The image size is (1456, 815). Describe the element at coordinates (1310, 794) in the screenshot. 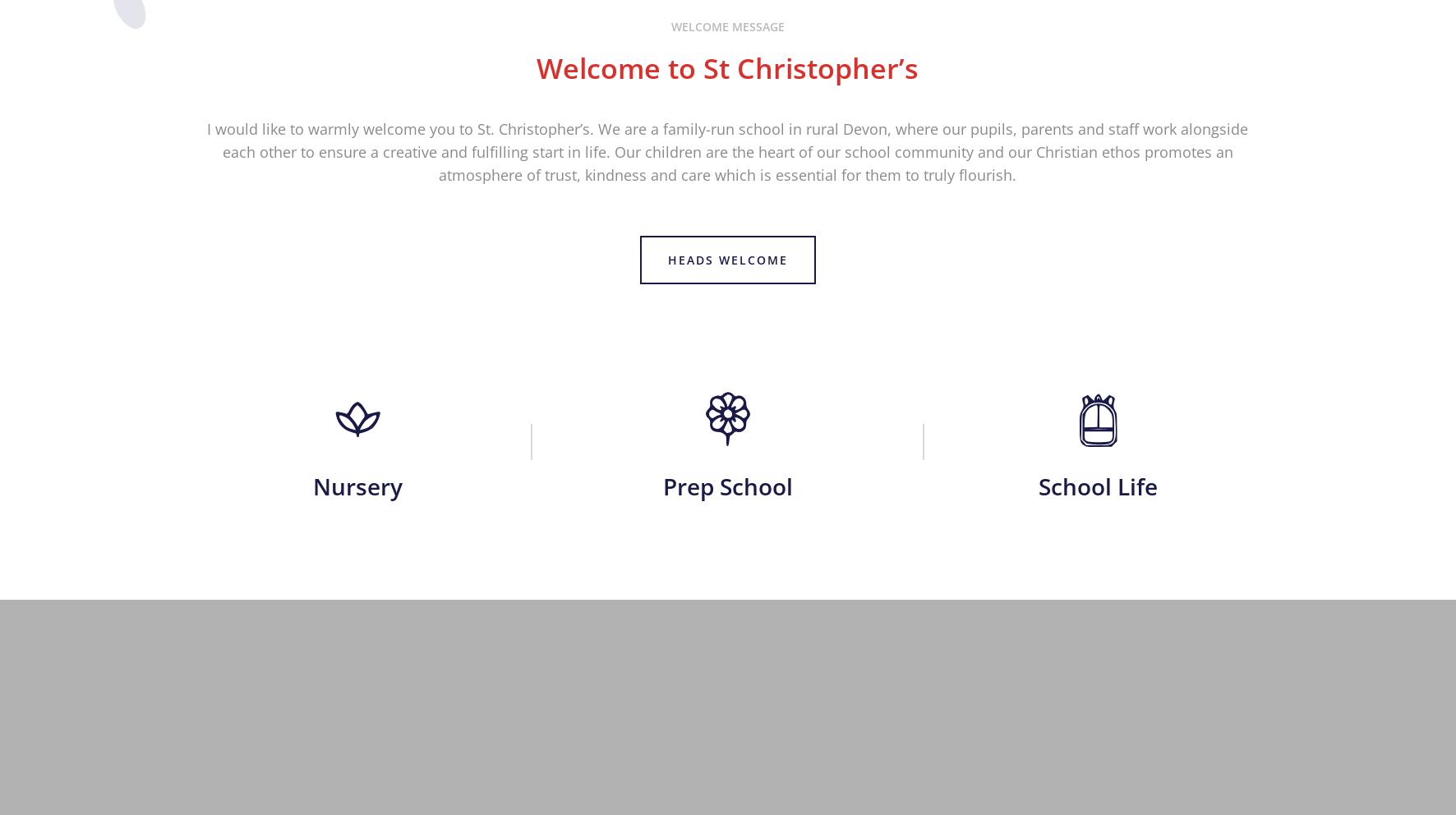

I see `'Designed by Innermedia'` at that location.